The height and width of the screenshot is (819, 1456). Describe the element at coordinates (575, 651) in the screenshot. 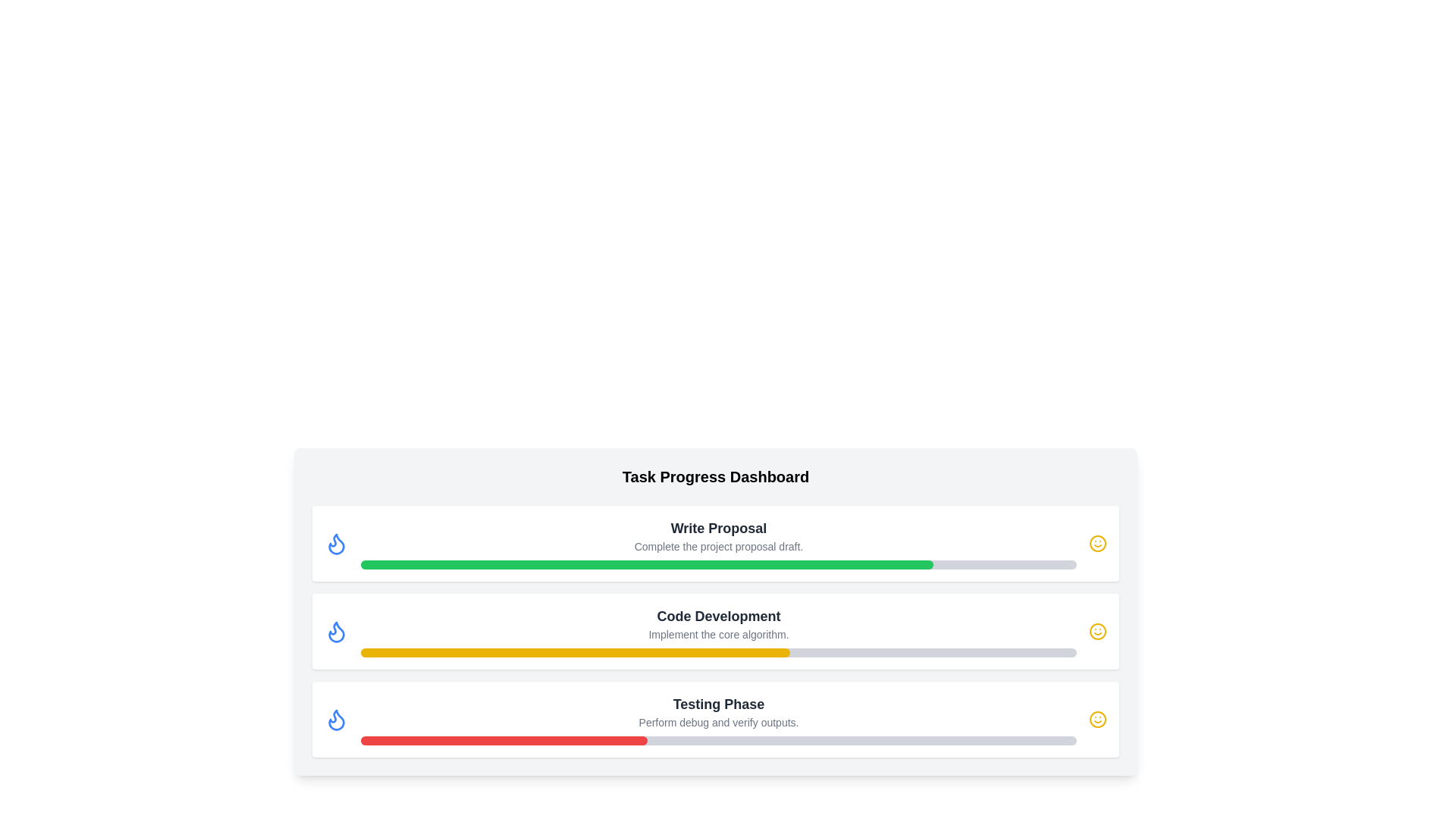

I see `the active filler part of the progress bar indicating 60% completion for the 'Code Development' task` at that location.